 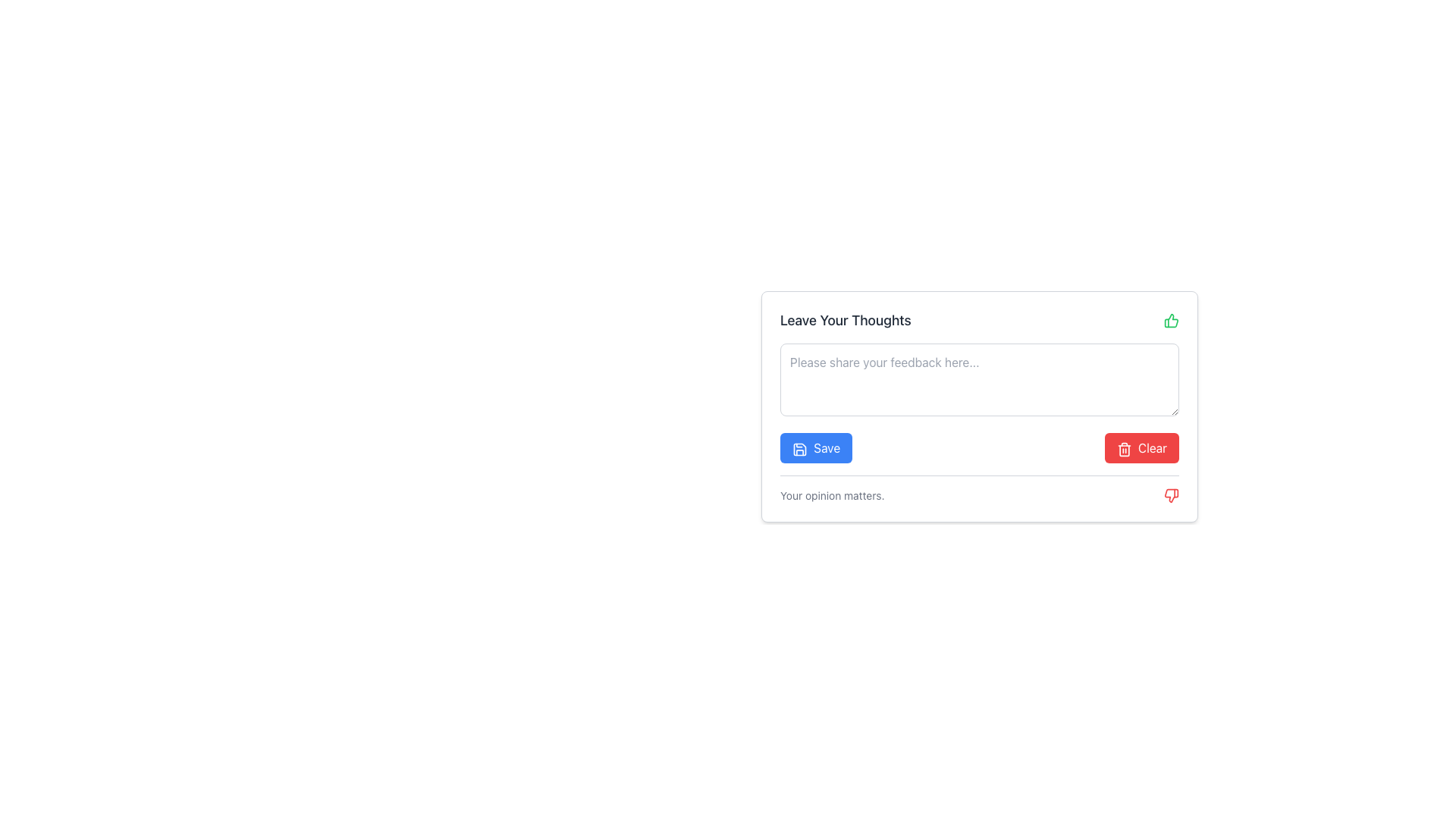 What do you see at coordinates (1170, 320) in the screenshot?
I see `the positive feedback icon located in the top-right corner of the feedback submission box to provide positive feedback` at bounding box center [1170, 320].